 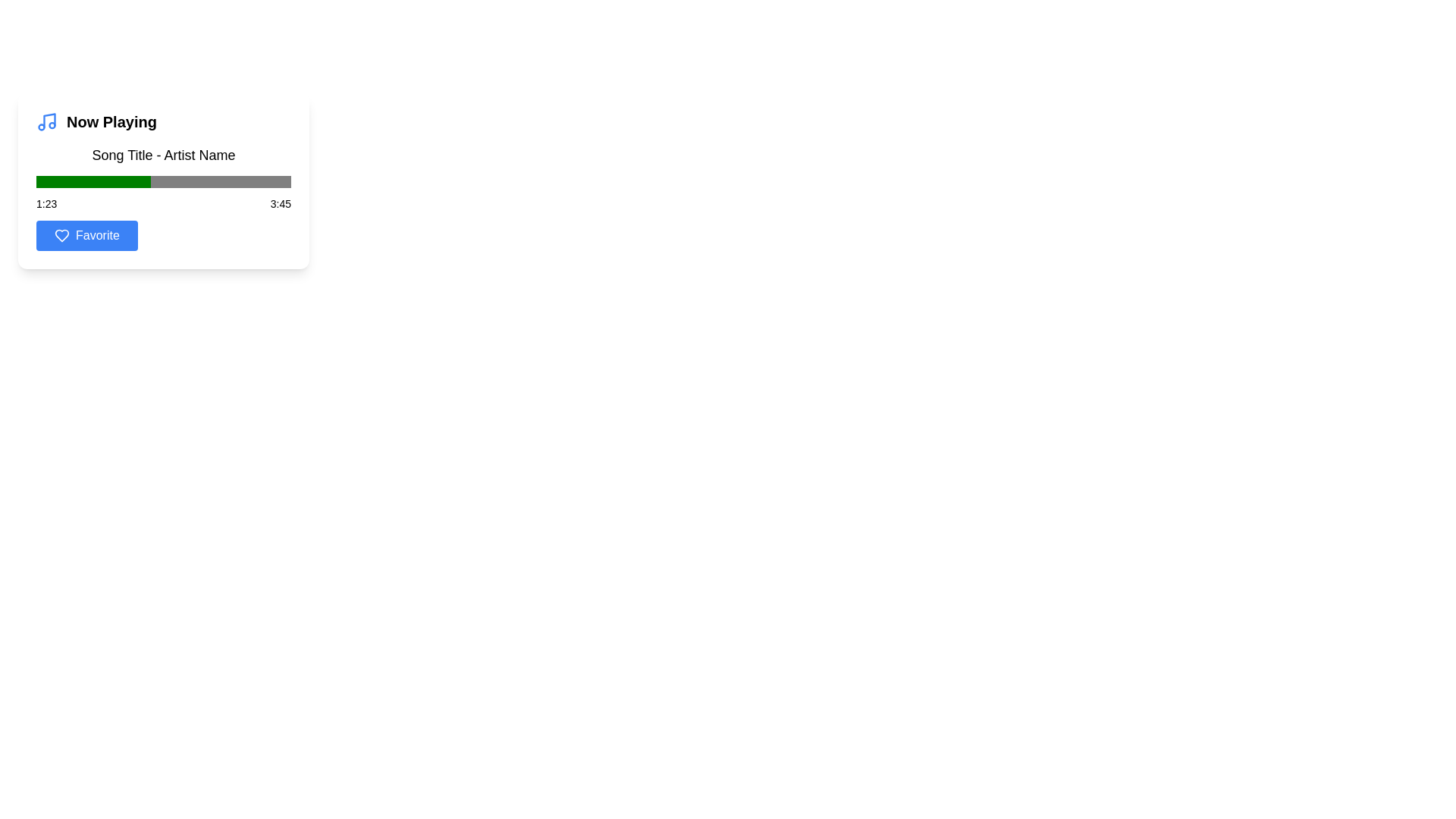 What do you see at coordinates (111, 121) in the screenshot?
I see `the 'Now Playing' text label, which is displayed in bold font and is positioned near the top left of the card interface, to the right of a blue music icon` at bounding box center [111, 121].